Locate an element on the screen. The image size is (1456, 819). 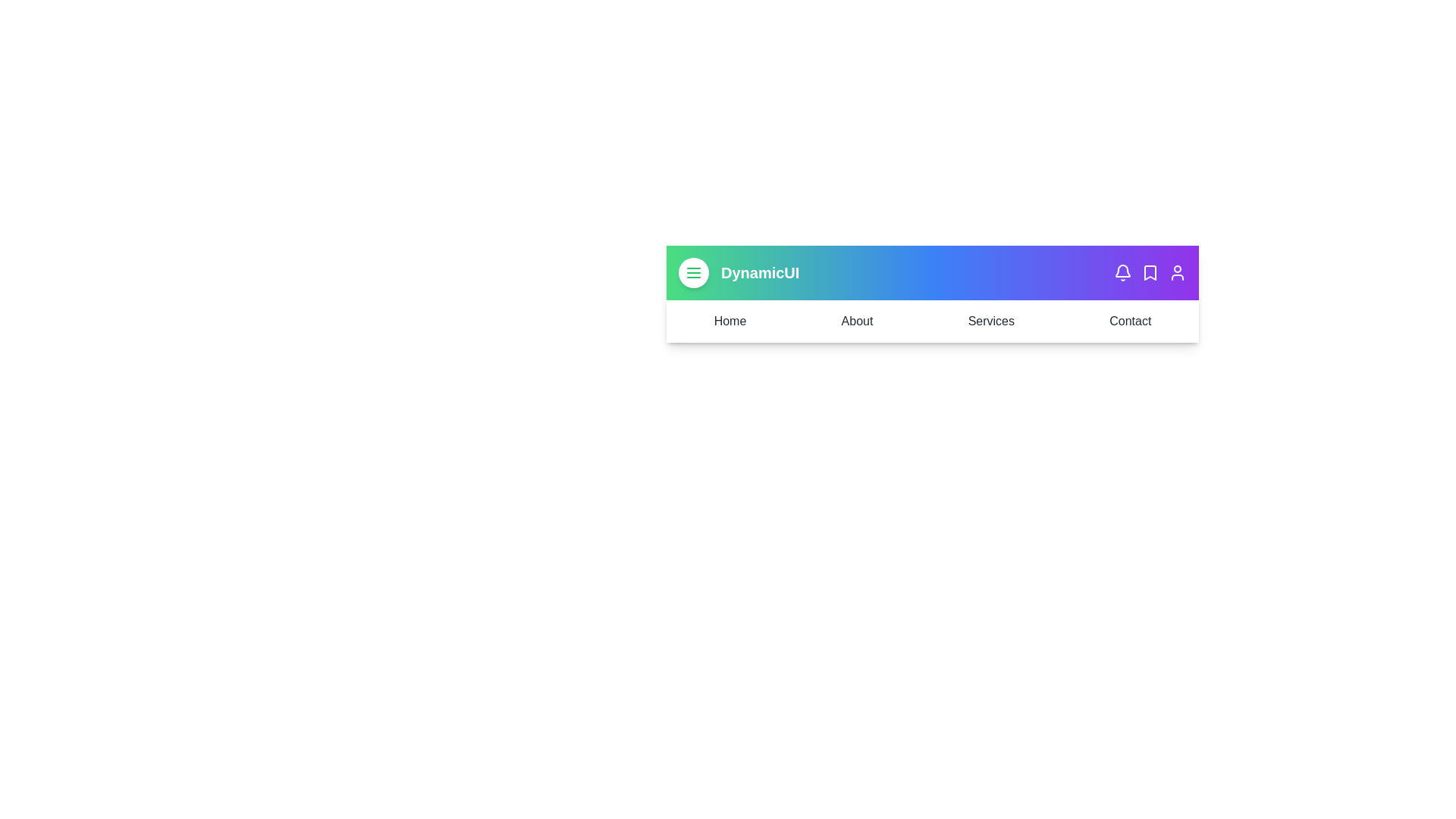
the menu link labeled Services is located at coordinates (991, 321).